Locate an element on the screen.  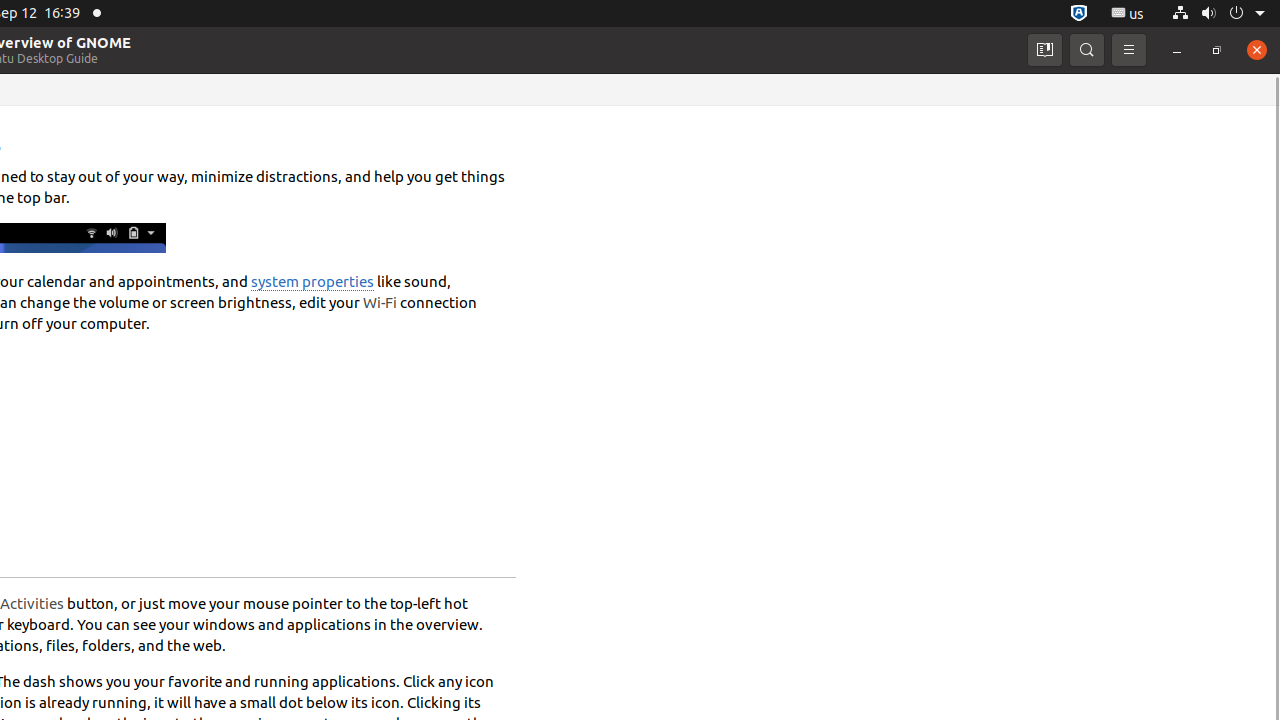
'Minimize' is located at coordinates (1176, 48).